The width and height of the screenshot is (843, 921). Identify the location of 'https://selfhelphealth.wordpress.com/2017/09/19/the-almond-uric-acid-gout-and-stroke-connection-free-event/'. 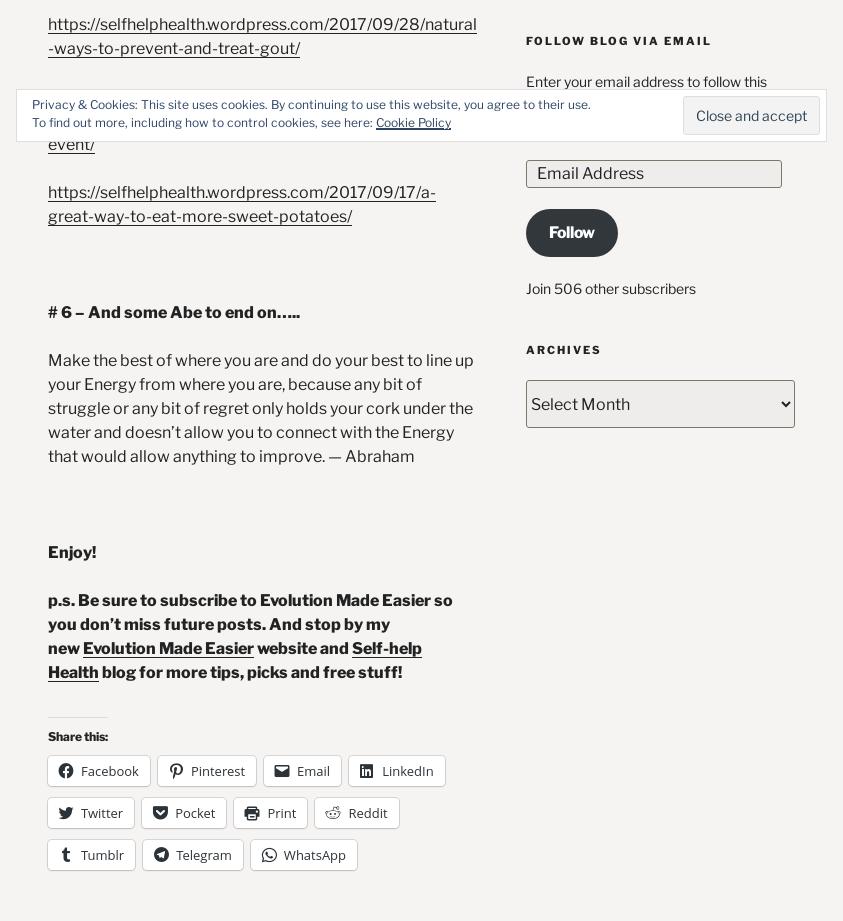
(46, 119).